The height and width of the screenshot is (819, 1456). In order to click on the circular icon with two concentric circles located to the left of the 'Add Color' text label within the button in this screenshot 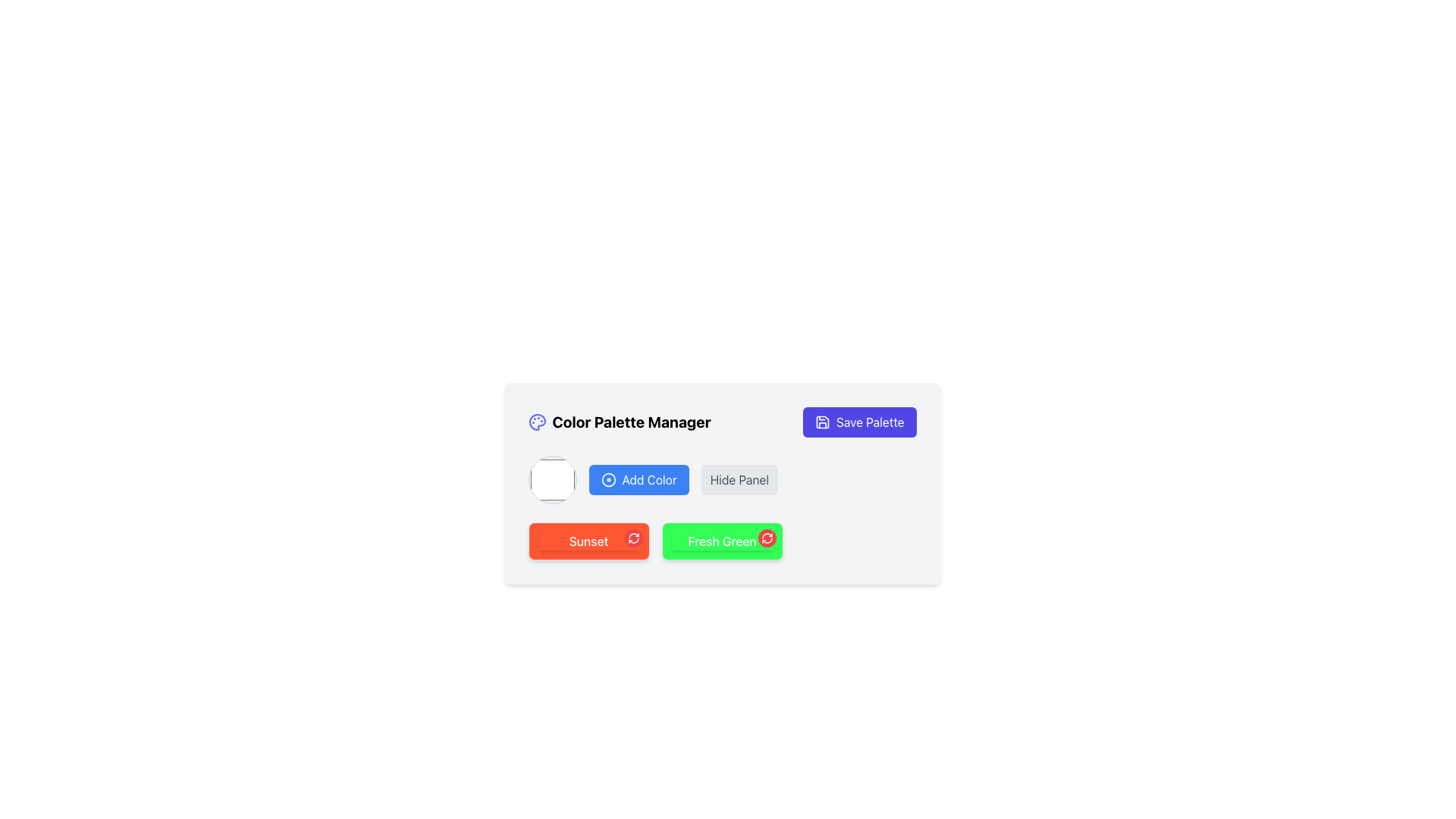, I will do `click(608, 479)`.